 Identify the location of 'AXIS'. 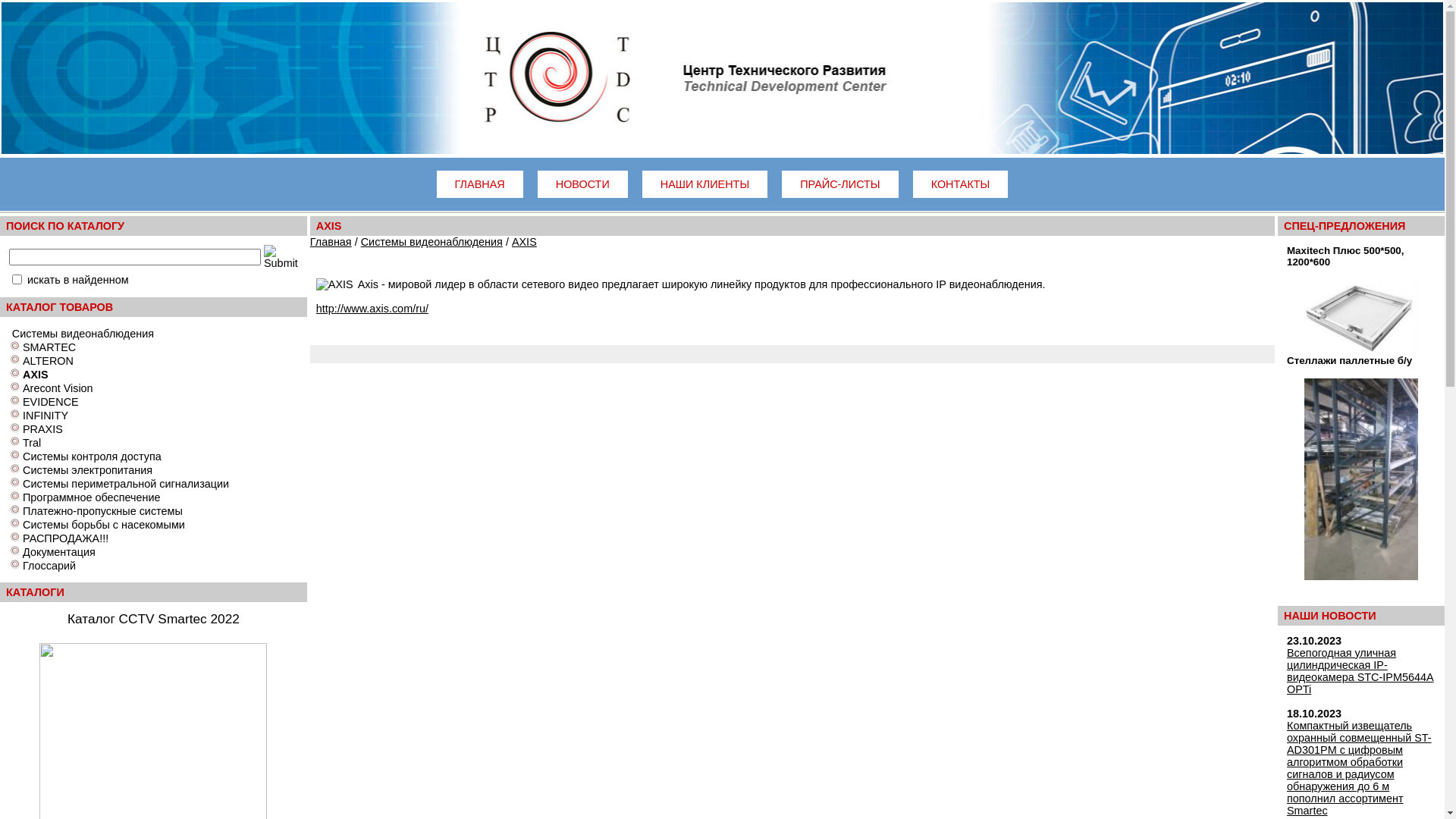
(524, 241).